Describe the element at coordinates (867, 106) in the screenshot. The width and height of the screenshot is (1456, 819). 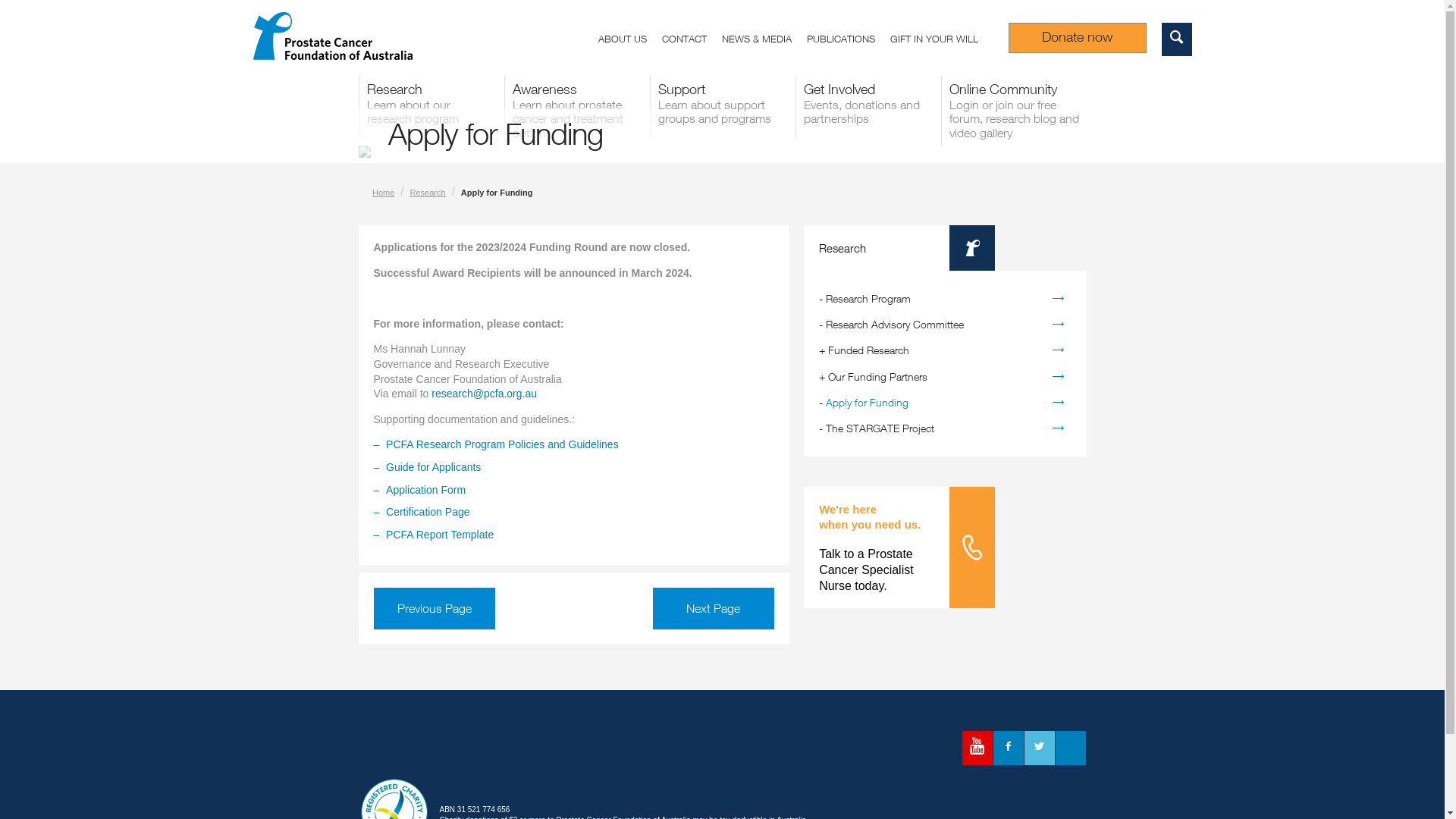
I see `'Get Involved` at that location.